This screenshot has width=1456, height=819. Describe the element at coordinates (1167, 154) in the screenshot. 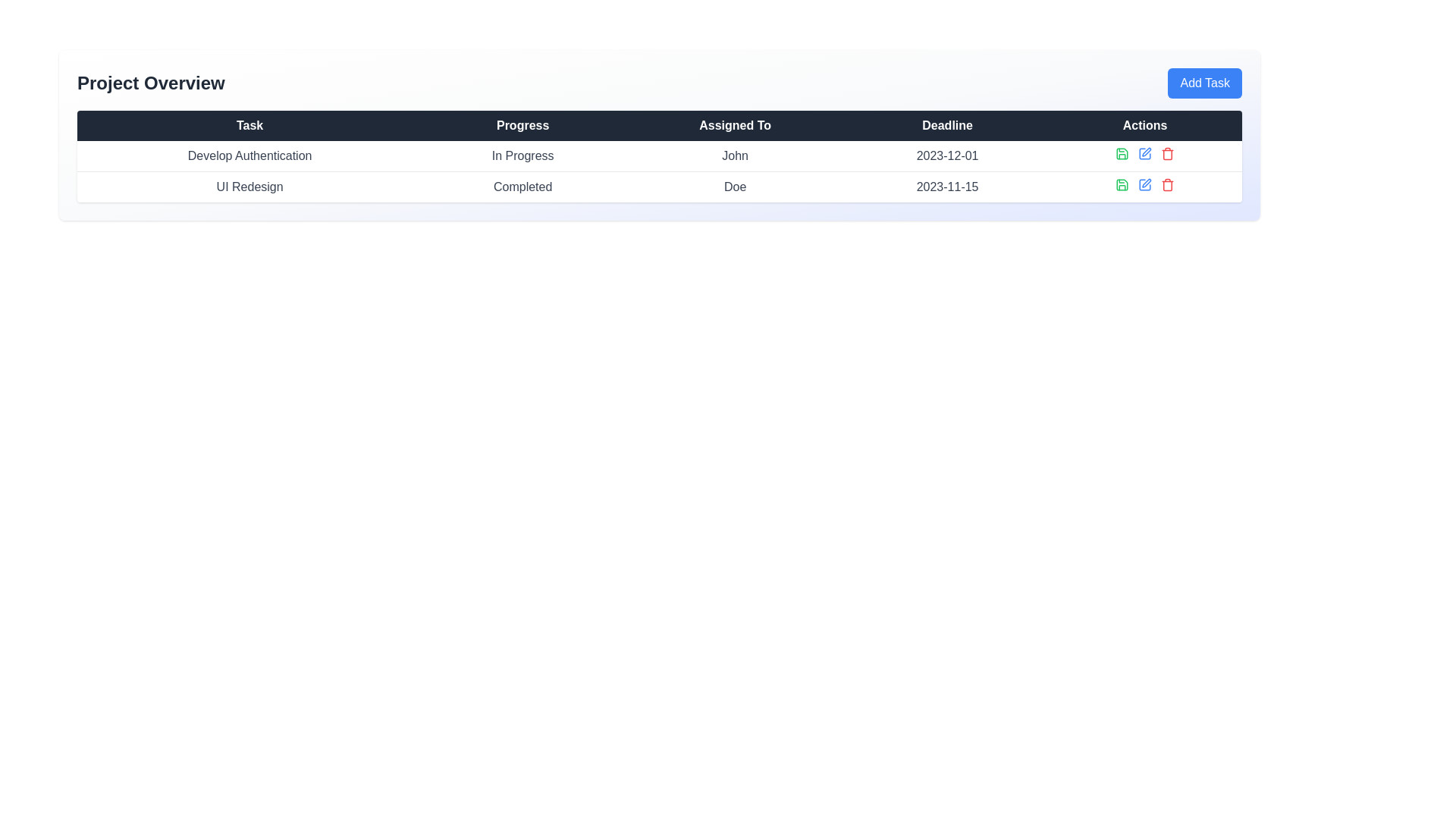

I see `the delete icon button located at the far right of the action icons in the table, which represents a delete action for the corresponding row` at that location.